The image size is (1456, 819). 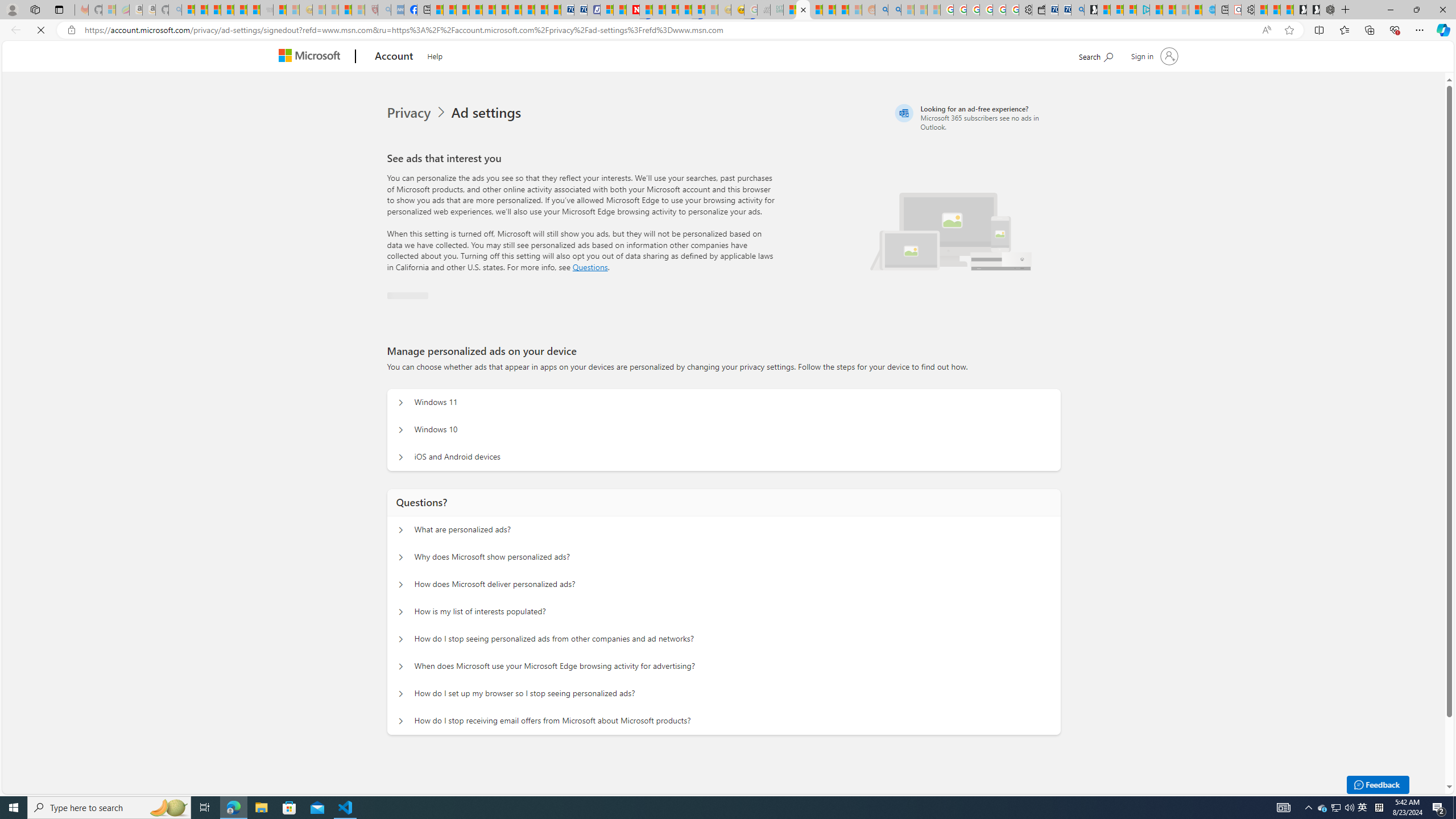 I want to click on 'Ad settings', so click(x=485, y=113).